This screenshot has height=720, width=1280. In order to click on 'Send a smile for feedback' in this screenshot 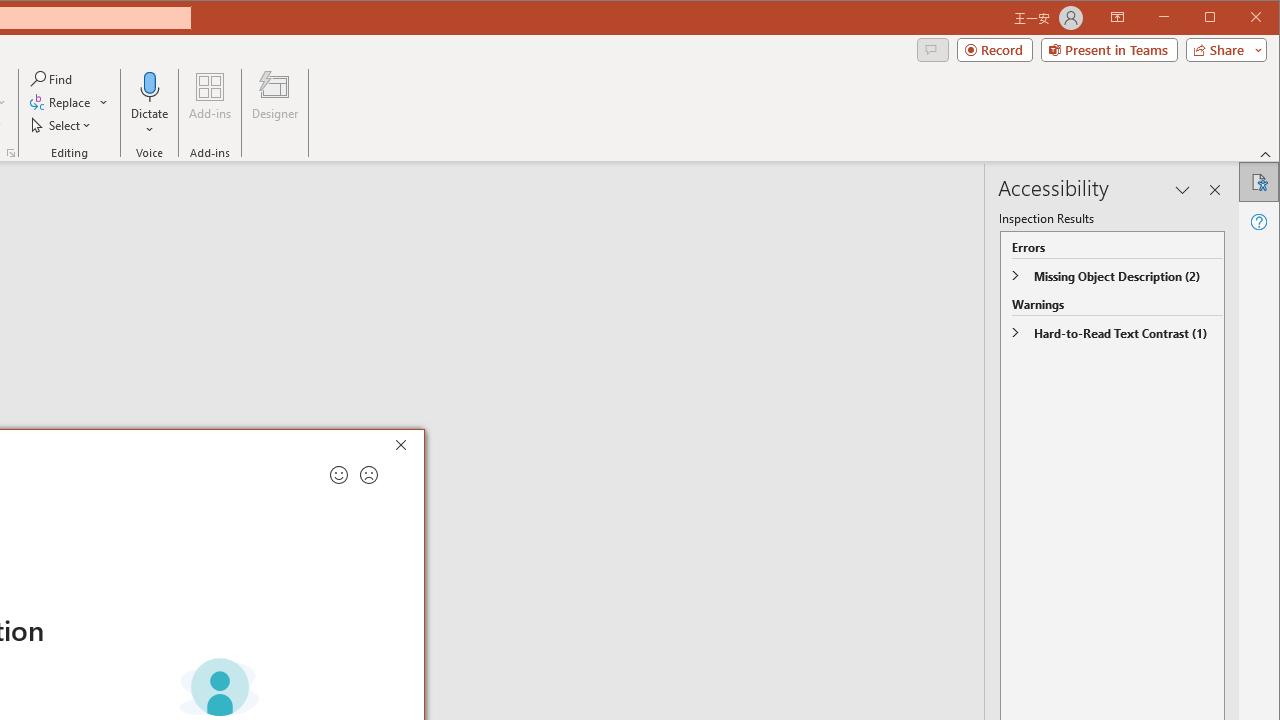, I will do `click(339, 475)`.